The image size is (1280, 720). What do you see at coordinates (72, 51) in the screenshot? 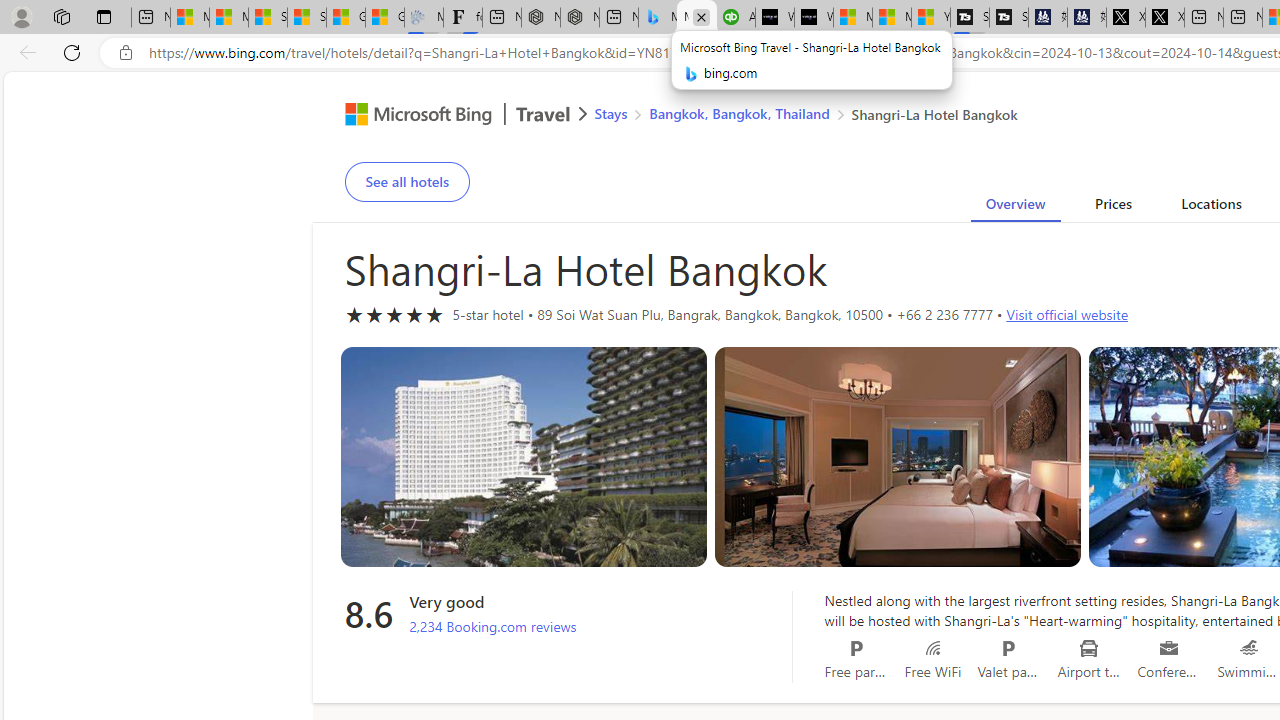
I see `'Refresh'` at bounding box center [72, 51].